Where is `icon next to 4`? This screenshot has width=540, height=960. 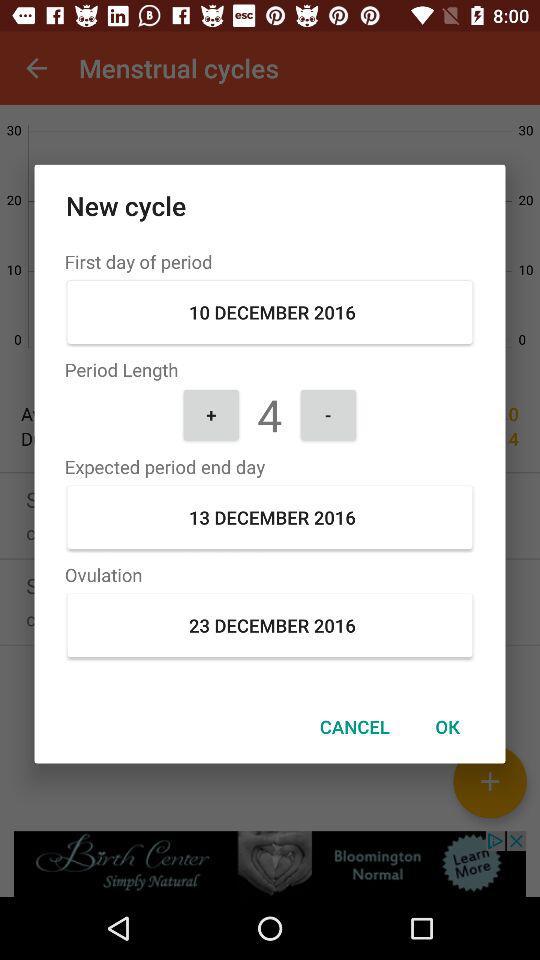 icon next to 4 is located at coordinates (328, 413).